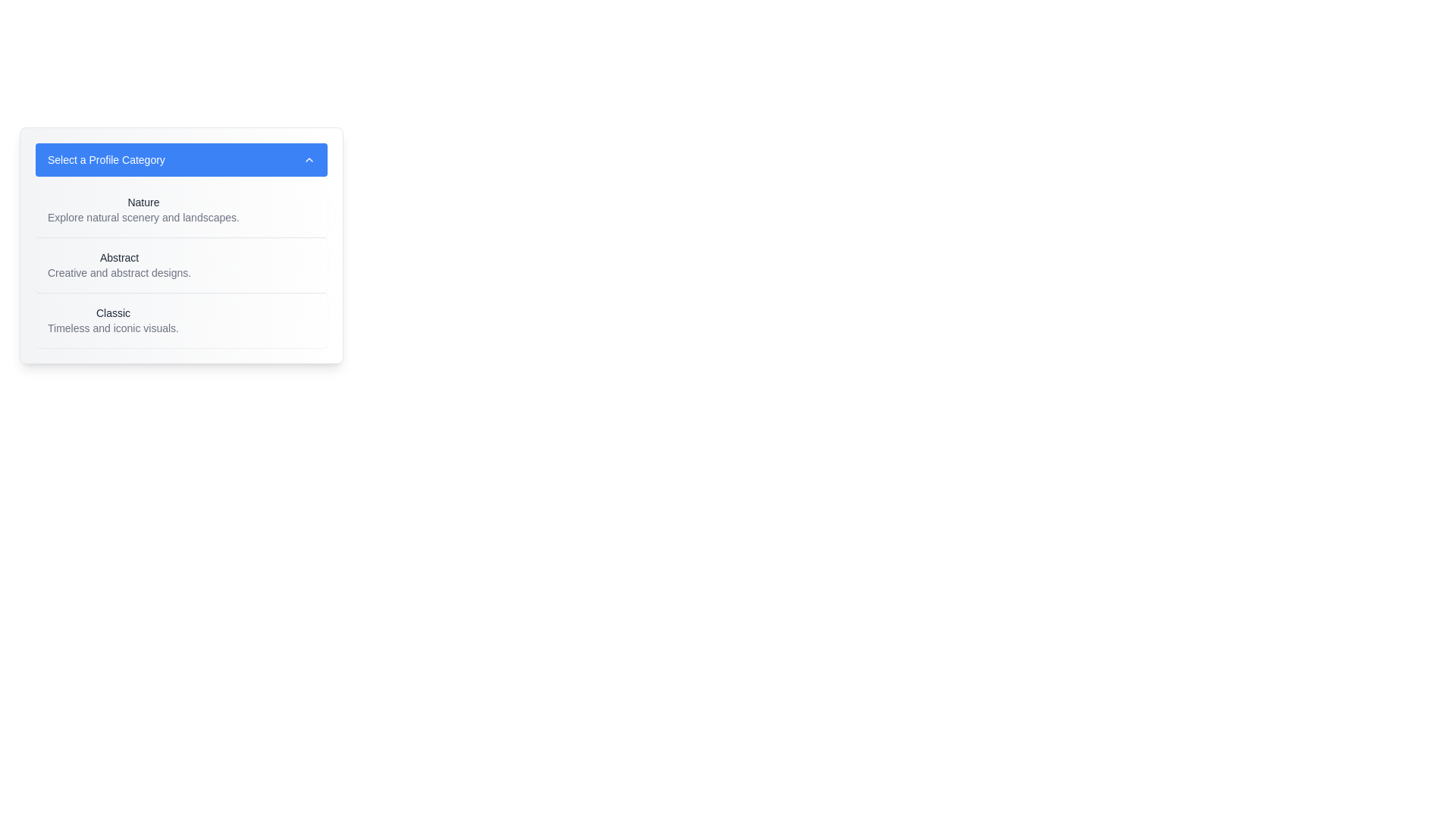 The width and height of the screenshot is (1456, 819). What do you see at coordinates (105, 160) in the screenshot?
I see `the text label 'Select a Profile Category', which is styled with a white font on a blue background and is located near the center-top of the dropdown header component` at bounding box center [105, 160].